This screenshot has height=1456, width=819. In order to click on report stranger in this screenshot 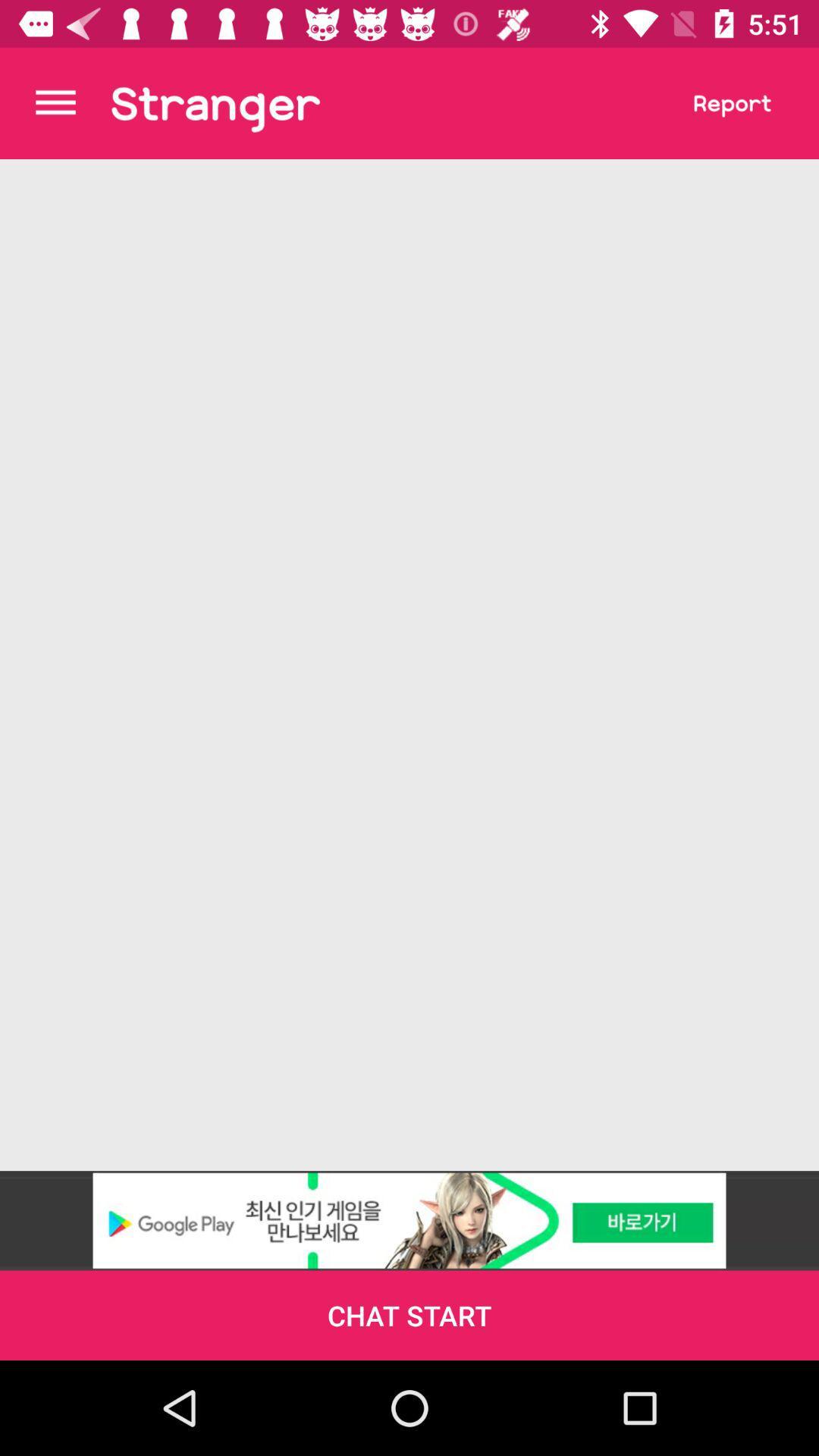, I will do `click(732, 102)`.